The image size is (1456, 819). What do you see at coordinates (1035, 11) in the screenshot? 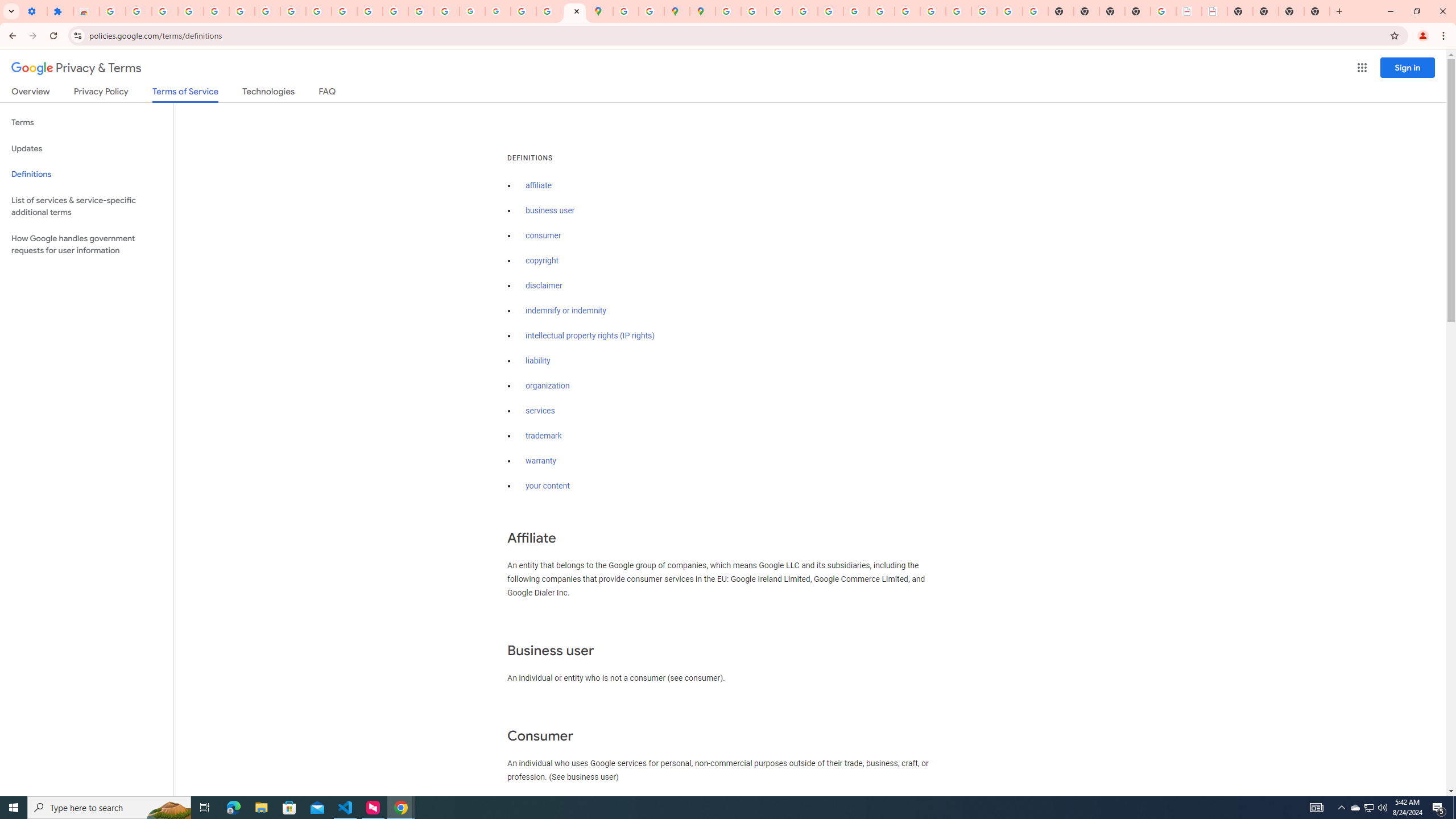
I see `'Google Images'` at bounding box center [1035, 11].